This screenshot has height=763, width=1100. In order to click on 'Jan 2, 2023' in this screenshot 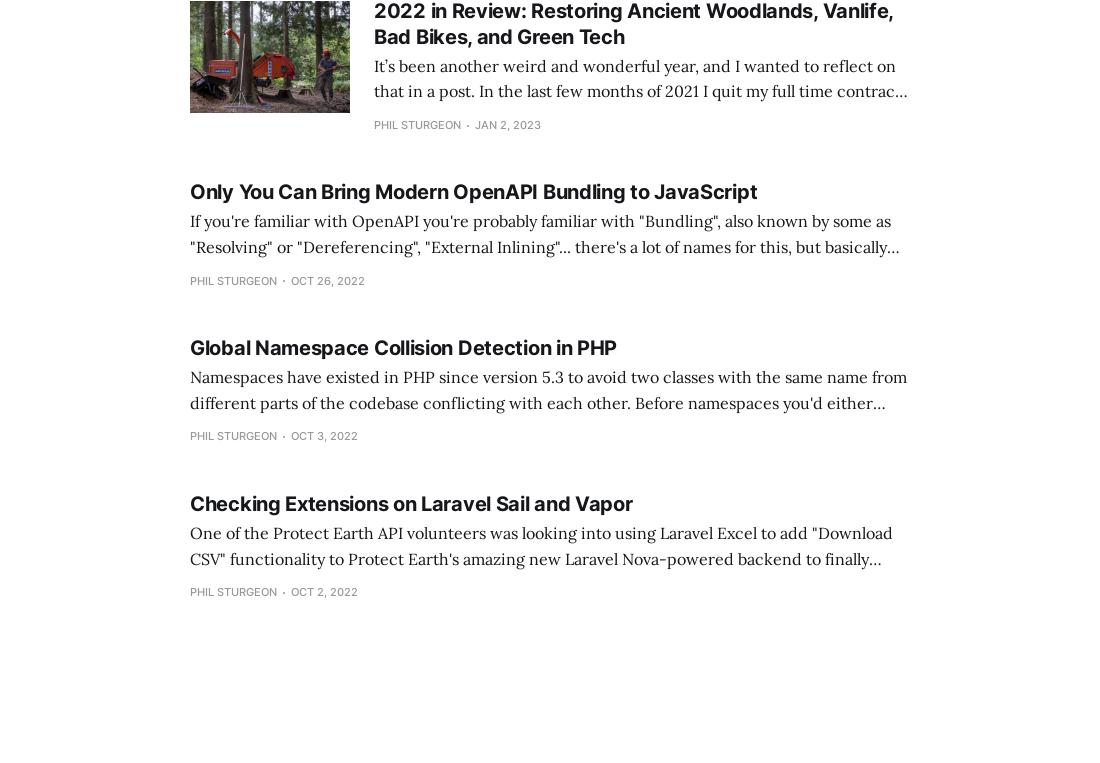, I will do `click(507, 122)`.